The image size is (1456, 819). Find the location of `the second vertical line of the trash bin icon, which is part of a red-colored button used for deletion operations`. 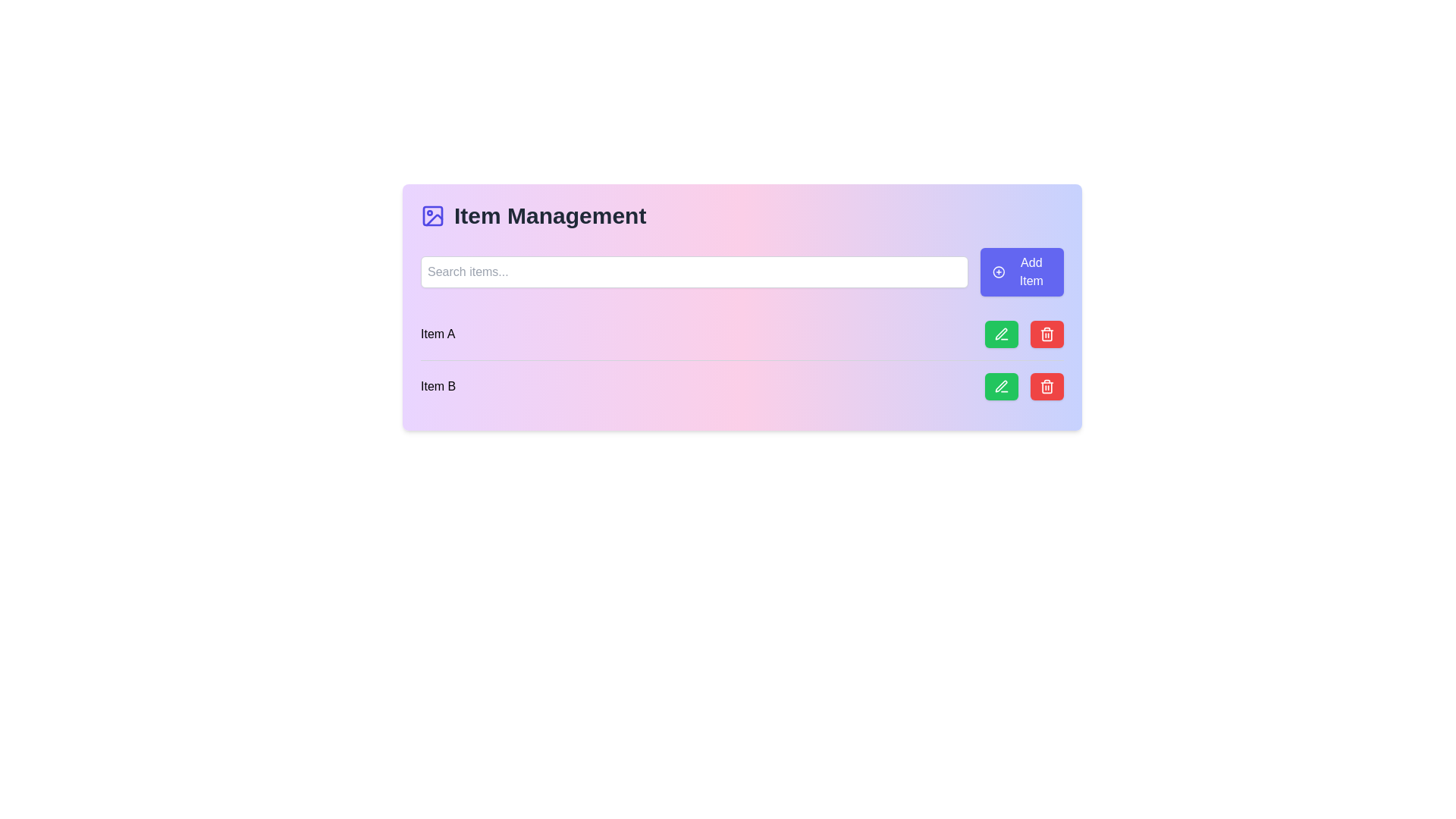

the second vertical line of the trash bin icon, which is part of a red-colored button used for deletion operations is located at coordinates (1046, 386).